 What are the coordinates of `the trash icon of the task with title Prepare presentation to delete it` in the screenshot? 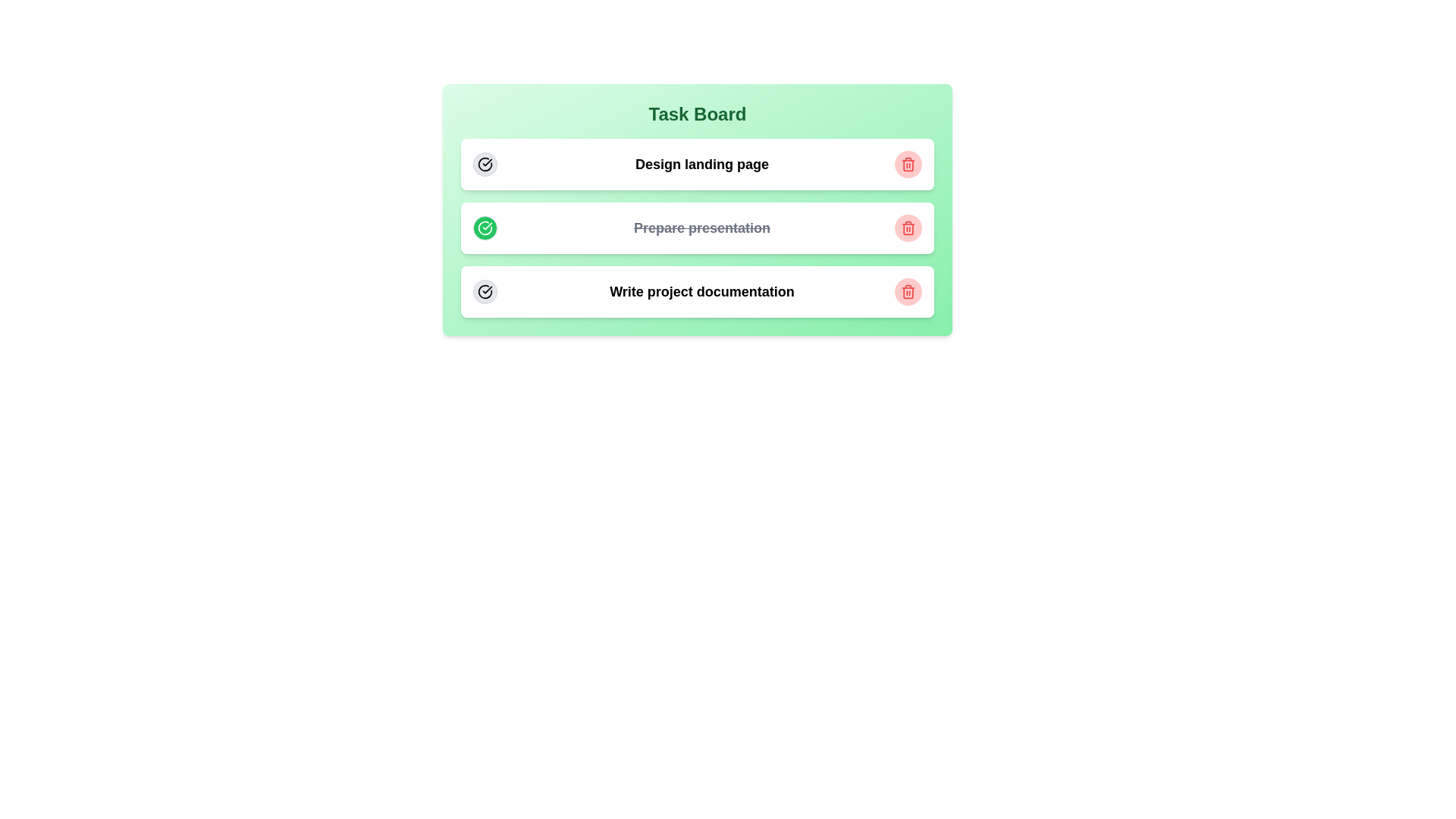 It's located at (908, 227).